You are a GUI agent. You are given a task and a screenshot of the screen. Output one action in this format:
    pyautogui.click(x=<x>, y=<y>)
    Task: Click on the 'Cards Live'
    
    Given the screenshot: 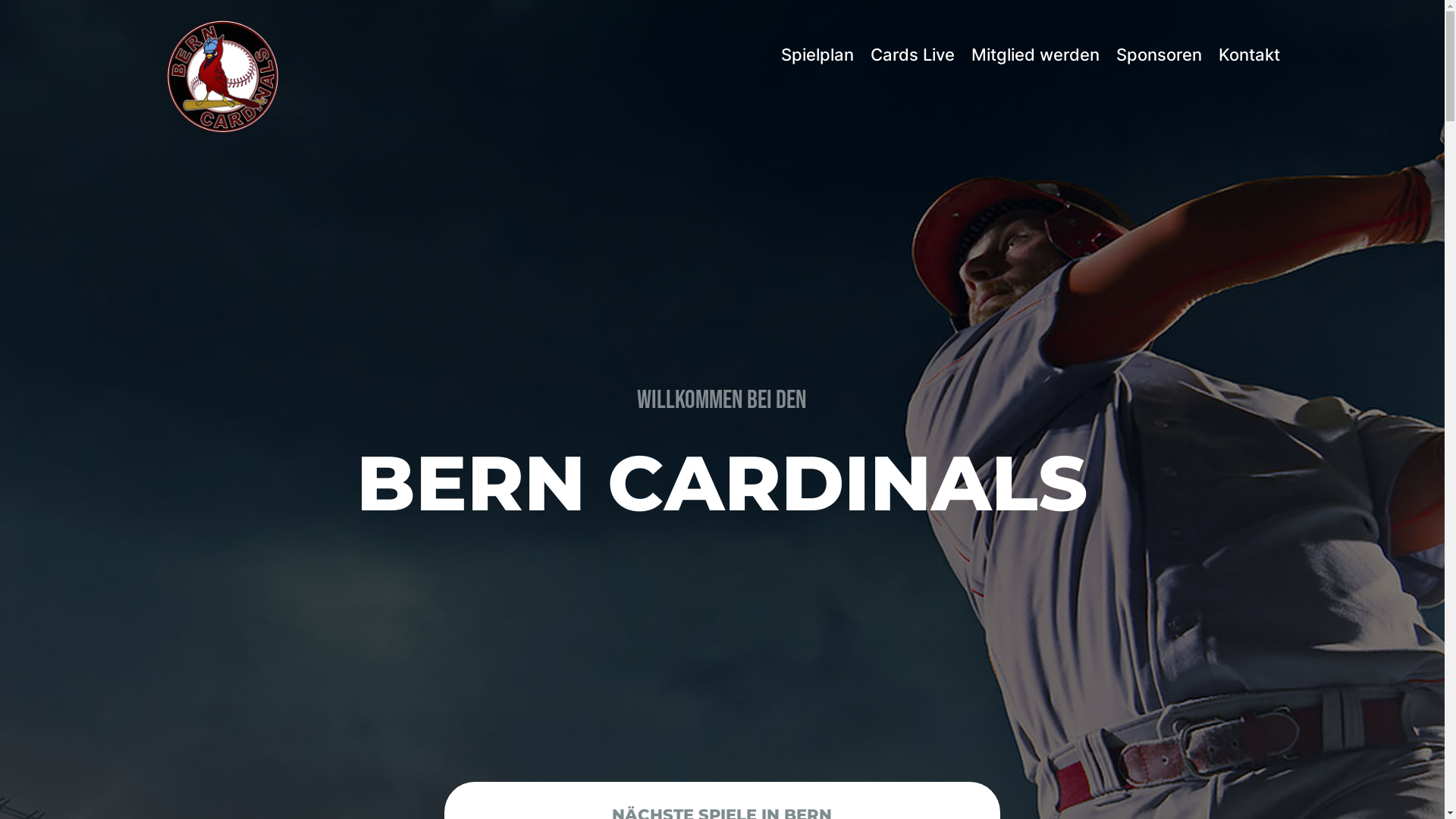 What is the action you would take?
    pyautogui.click(x=870, y=54)
    